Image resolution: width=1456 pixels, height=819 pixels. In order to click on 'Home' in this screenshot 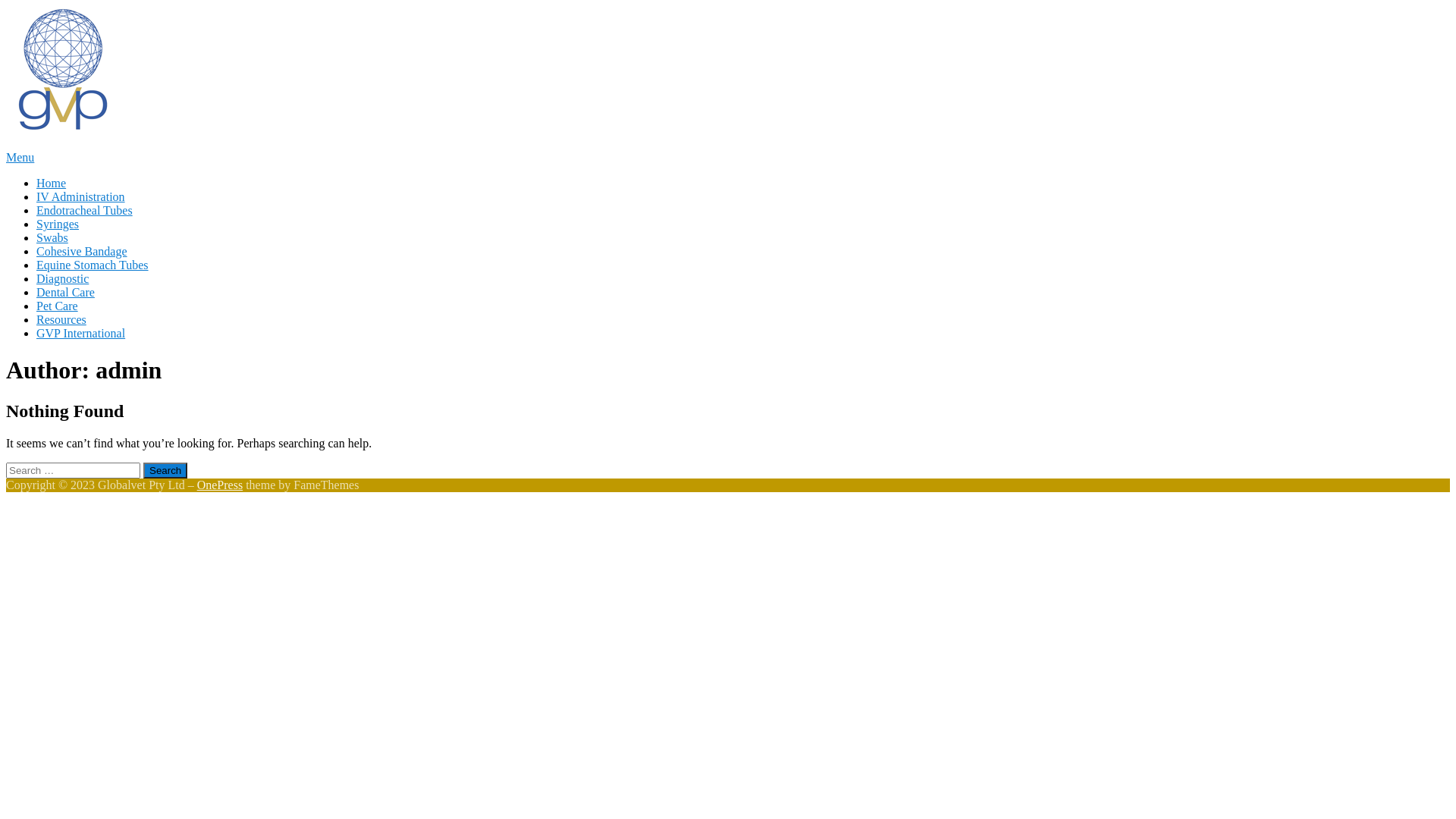, I will do `click(51, 182)`.